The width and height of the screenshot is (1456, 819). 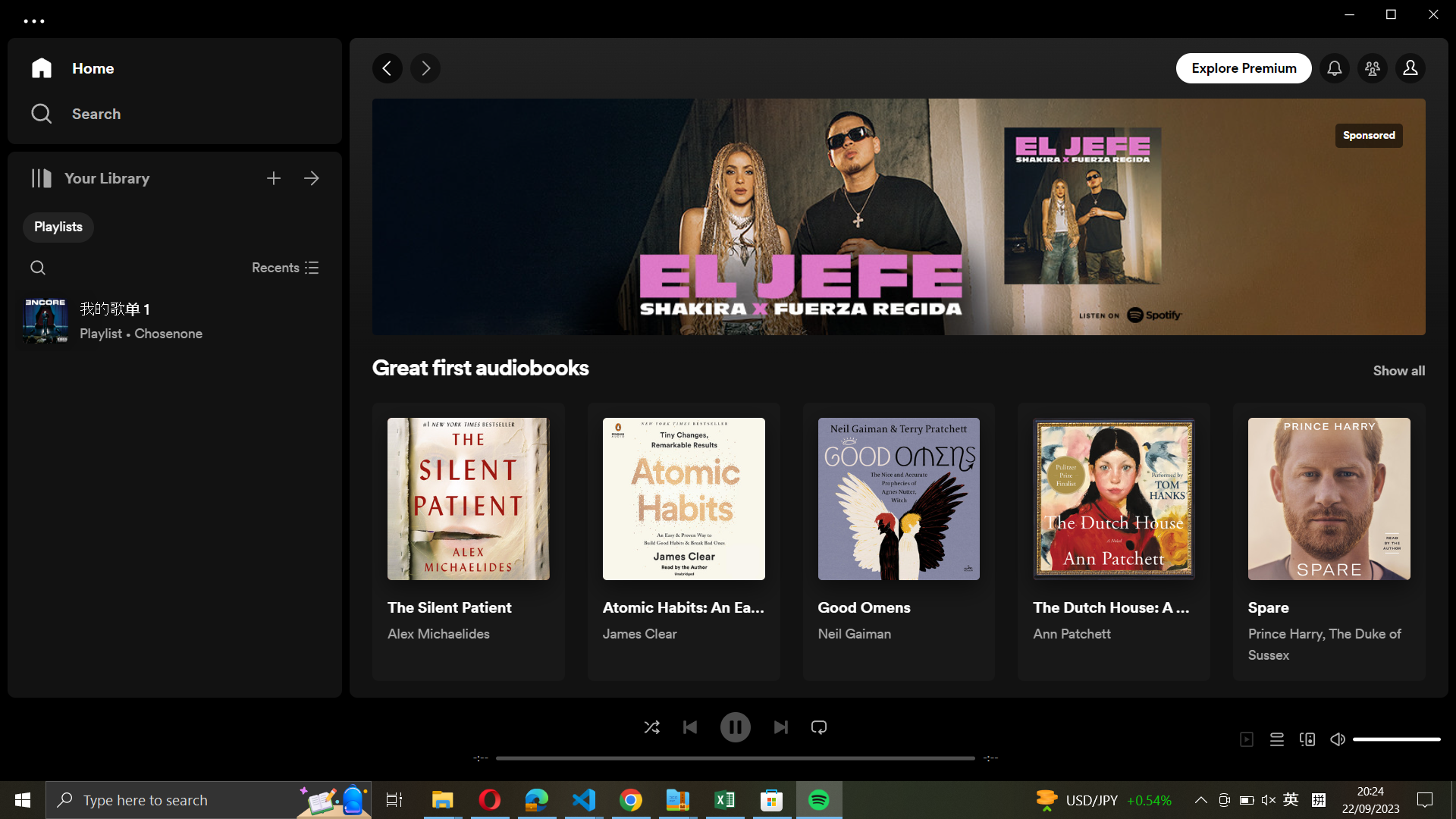 I want to click on Navigate back, so click(x=388, y=69).